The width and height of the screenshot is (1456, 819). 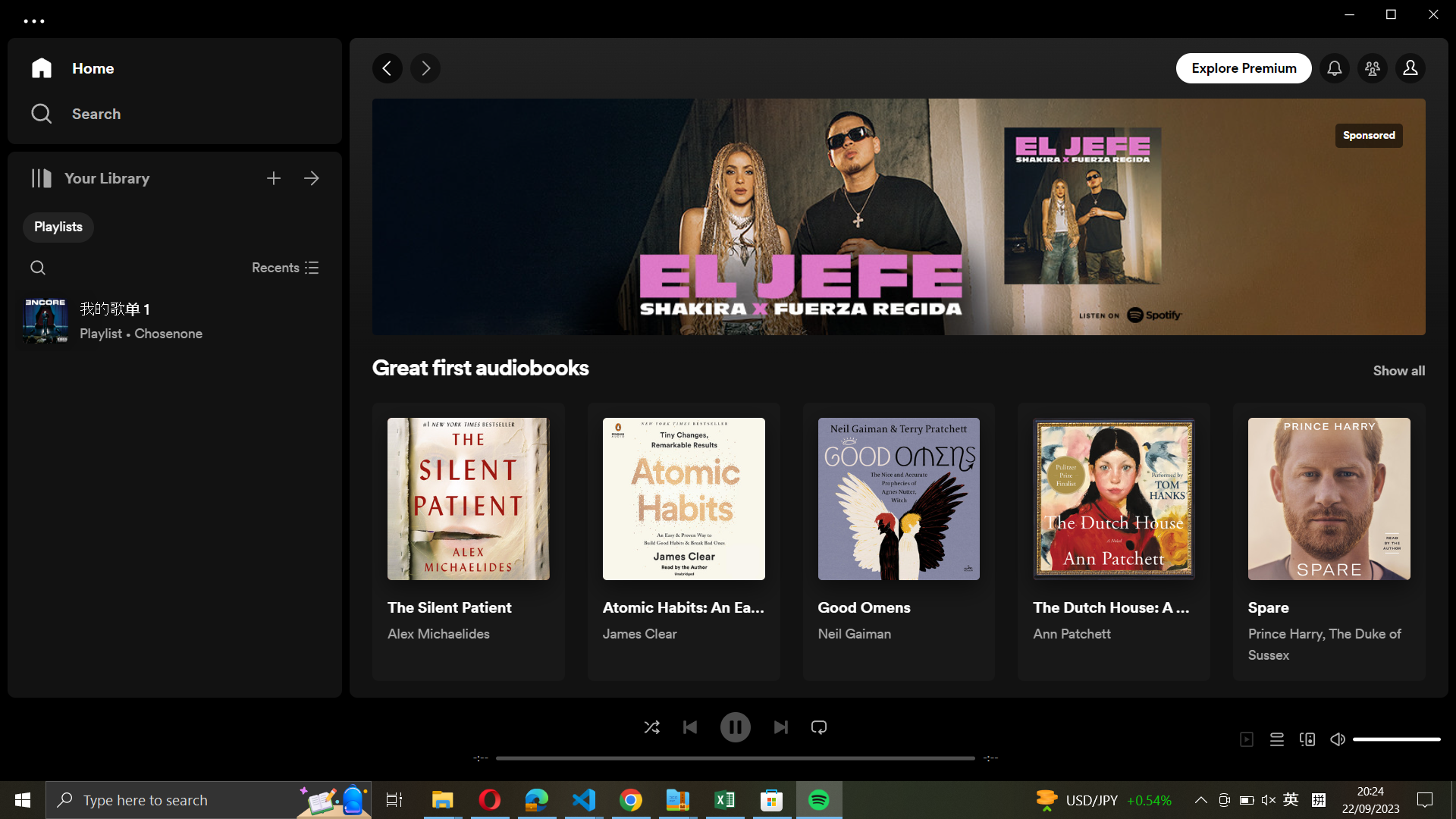 I want to click on Navigate back, so click(x=388, y=69).